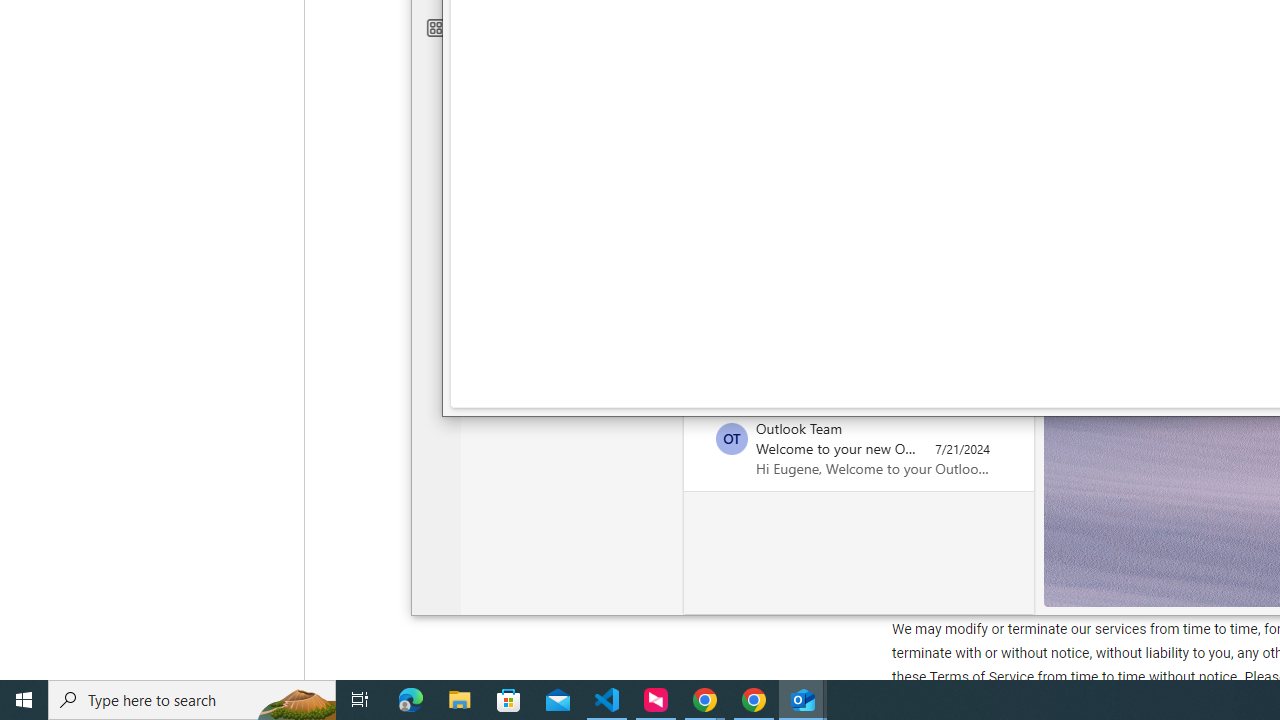 This screenshot has width=1280, height=720. I want to click on 'Task View', so click(359, 698).